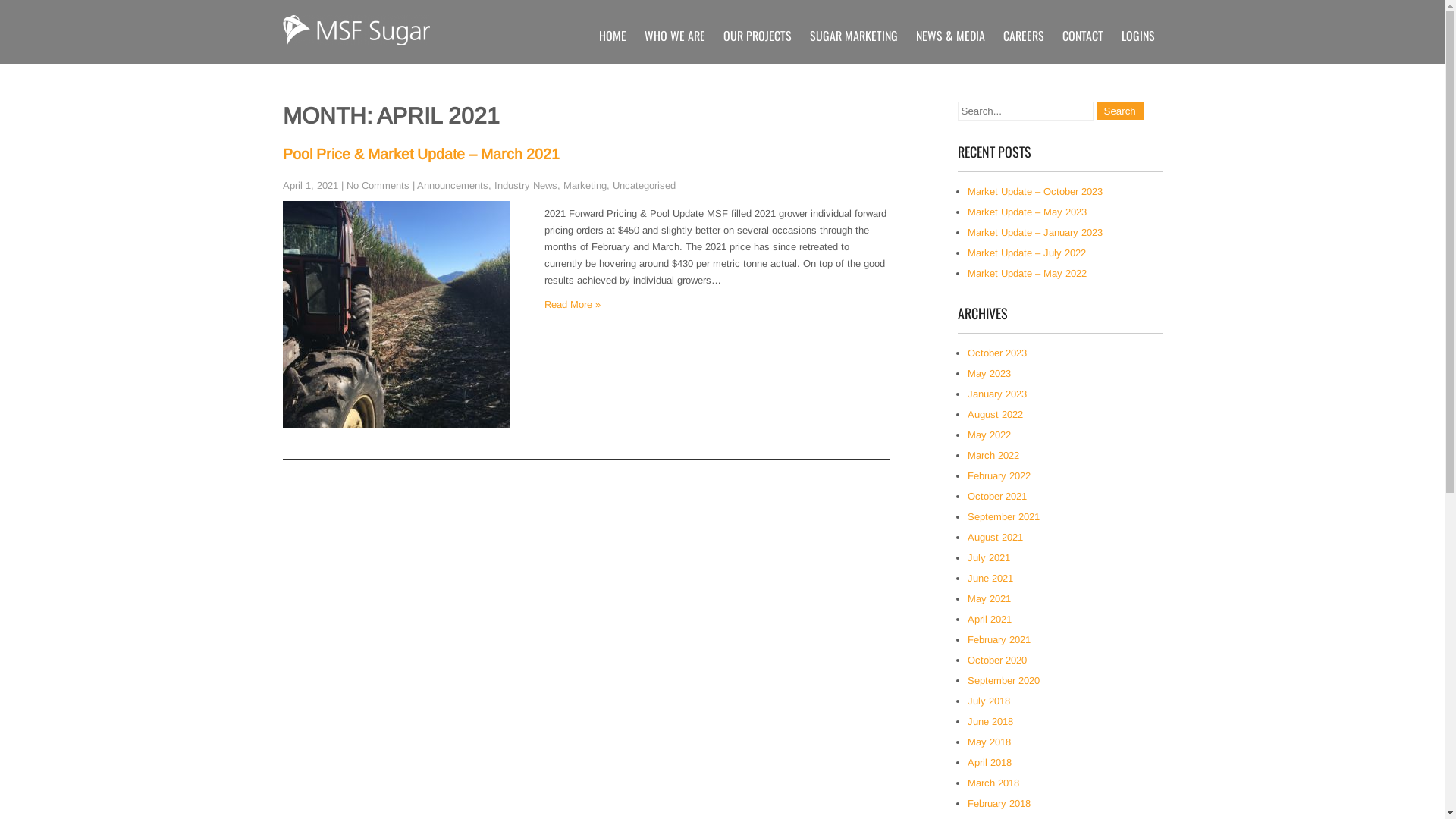 The width and height of the screenshot is (1456, 819). Describe the element at coordinates (989, 598) in the screenshot. I see `'May 2021'` at that location.